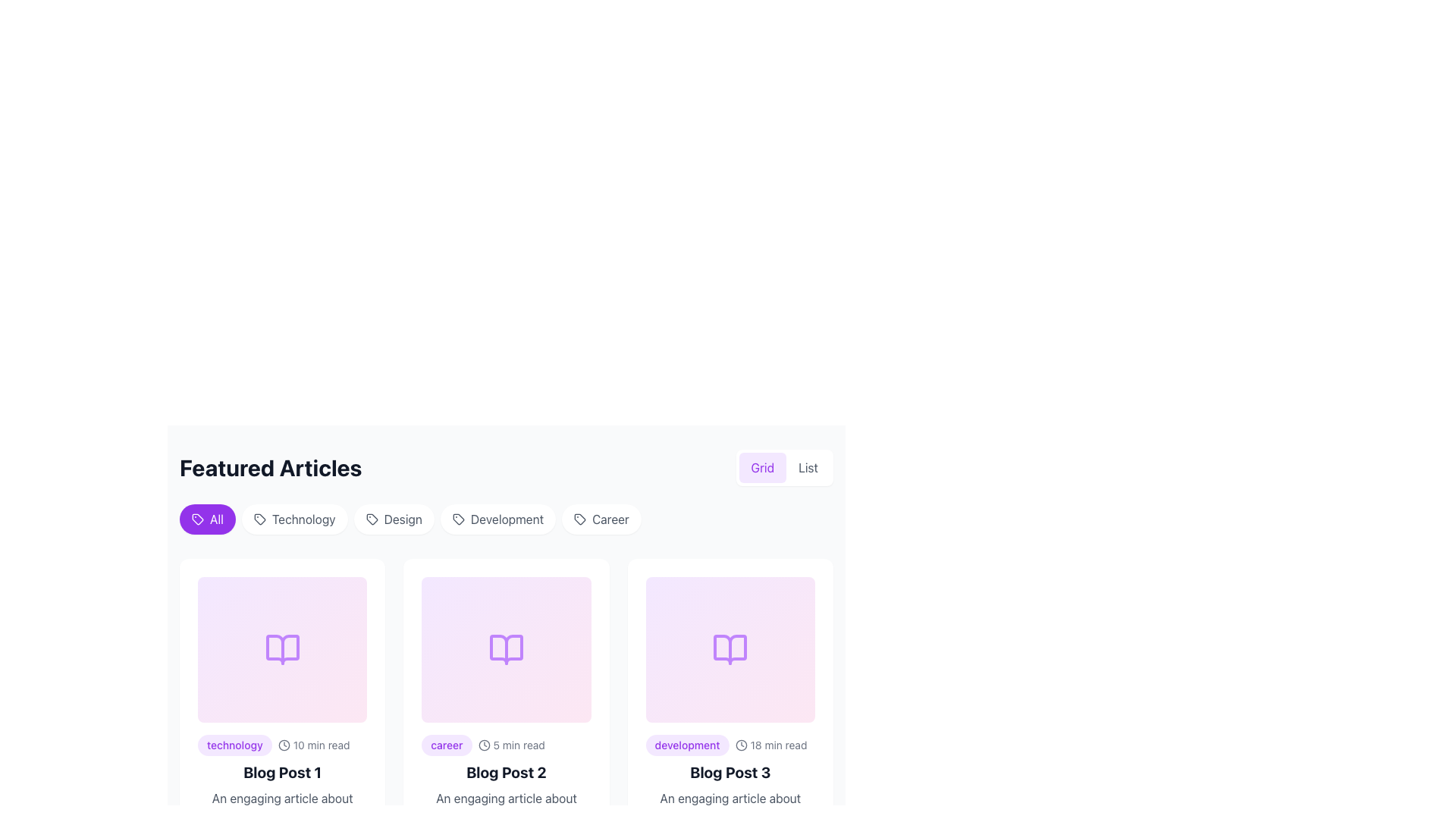  What do you see at coordinates (762, 467) in the screenshot?
I see `the toggle button located in the top-right of the visible interface` at bounding box center [762, 467].